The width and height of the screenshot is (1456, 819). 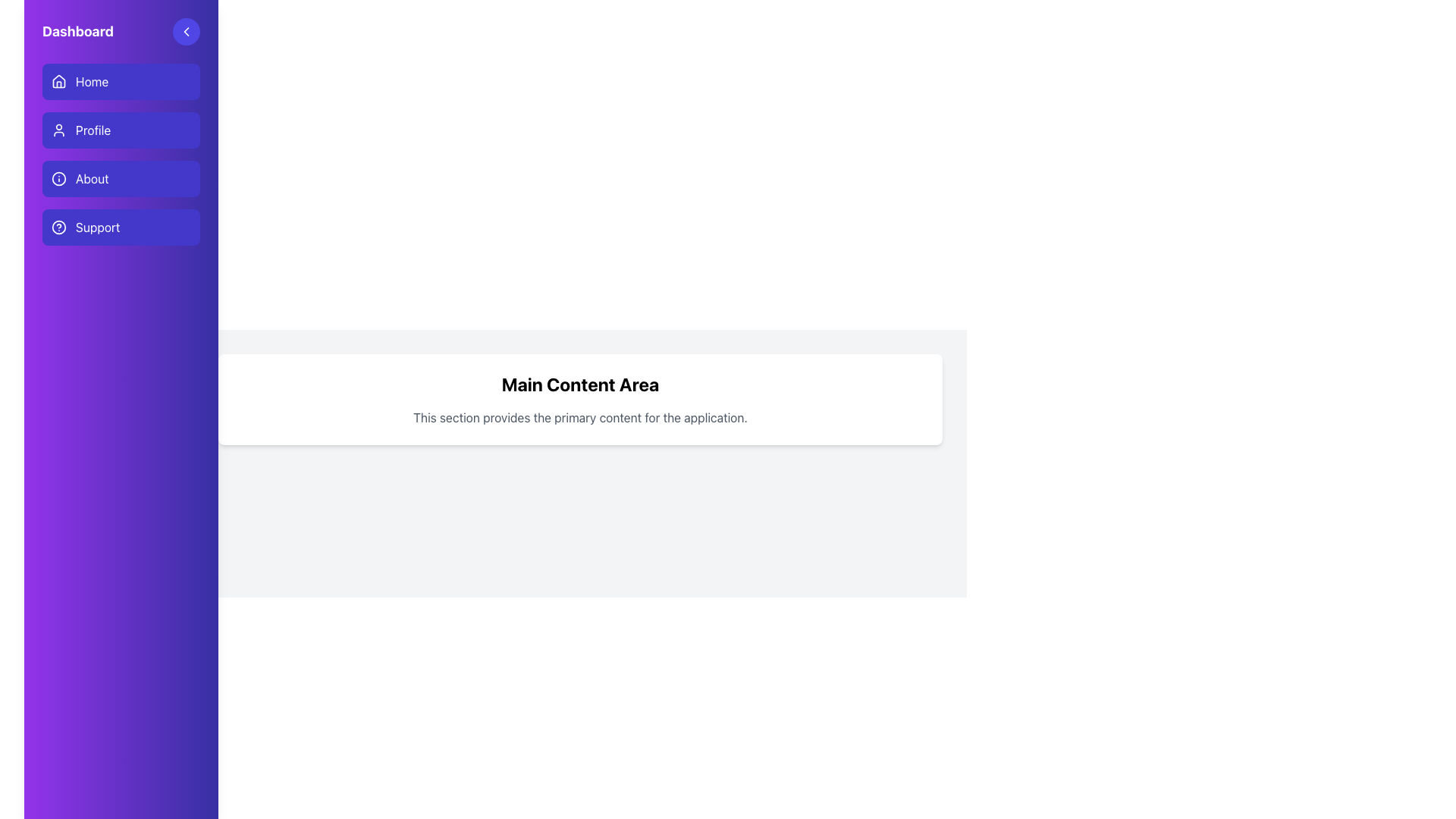 I want to click on the static text element displaying 'This section provides the primary content for the application.' which is styled with a gray font and located below the heading 'Main Content Area', so click(x=579, y=418).